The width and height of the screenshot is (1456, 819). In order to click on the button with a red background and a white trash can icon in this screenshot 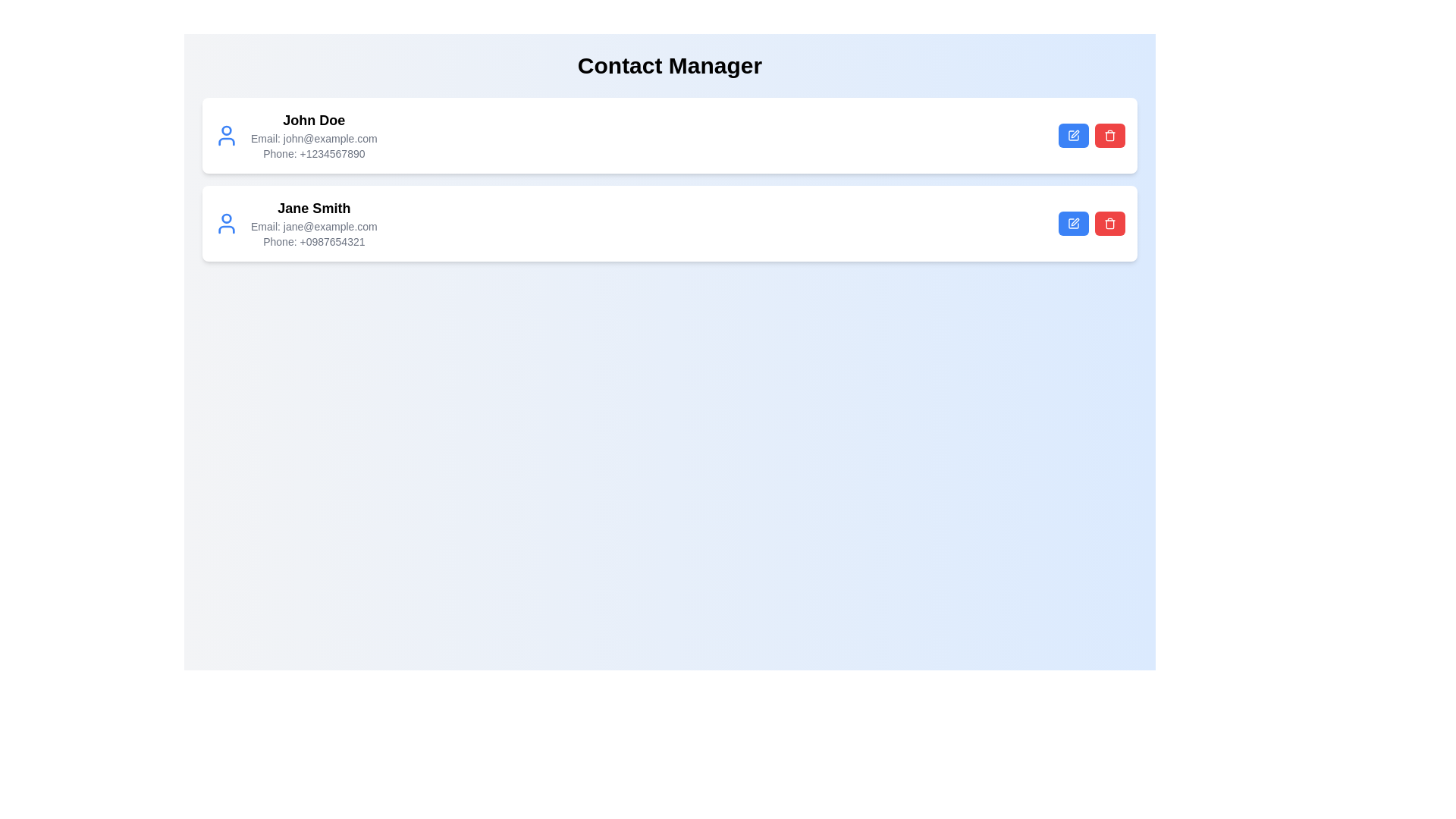, I will do `click(1110, 134)`.